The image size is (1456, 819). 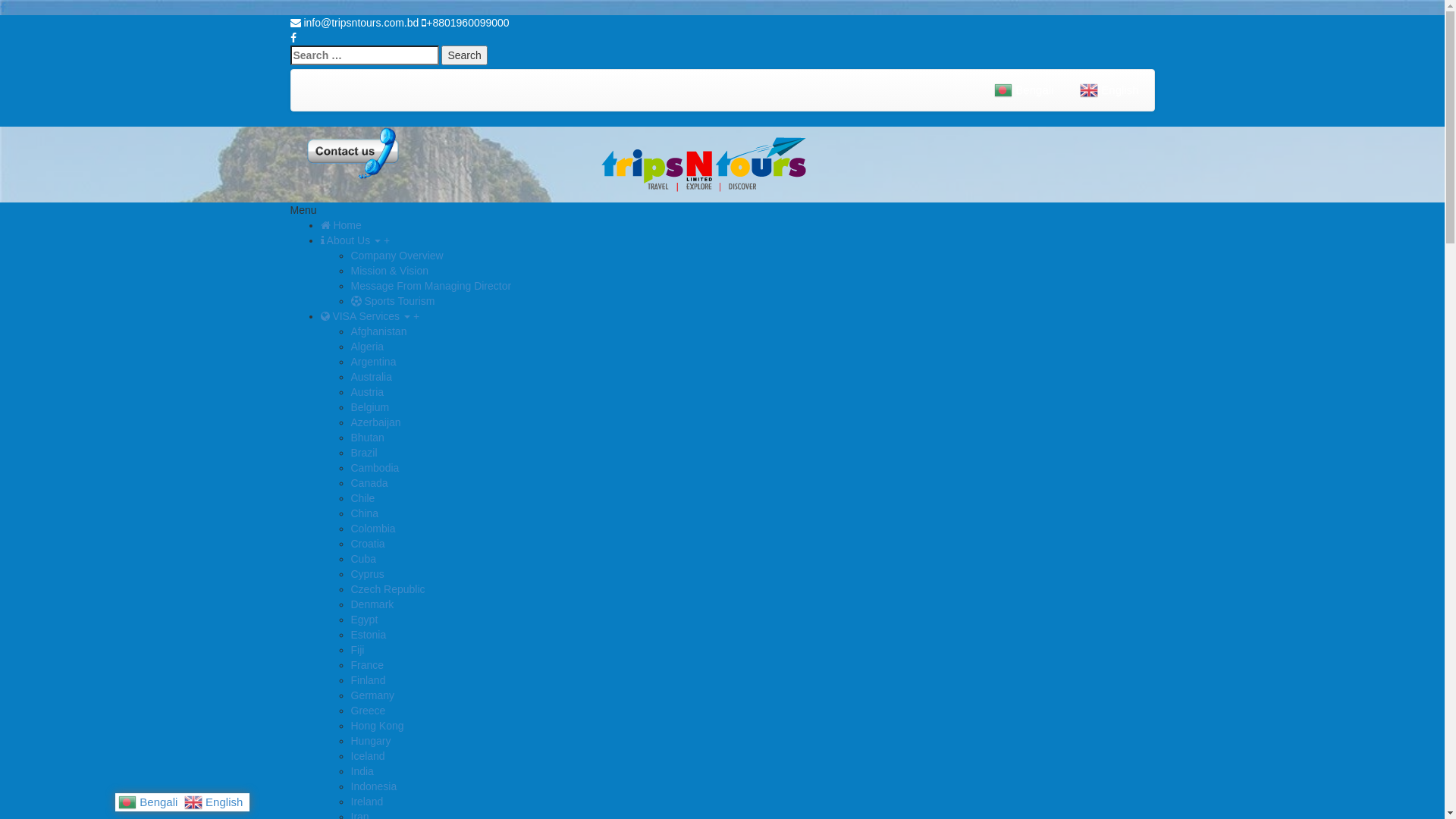 I want to click on '+', so click(x=386, y=239).